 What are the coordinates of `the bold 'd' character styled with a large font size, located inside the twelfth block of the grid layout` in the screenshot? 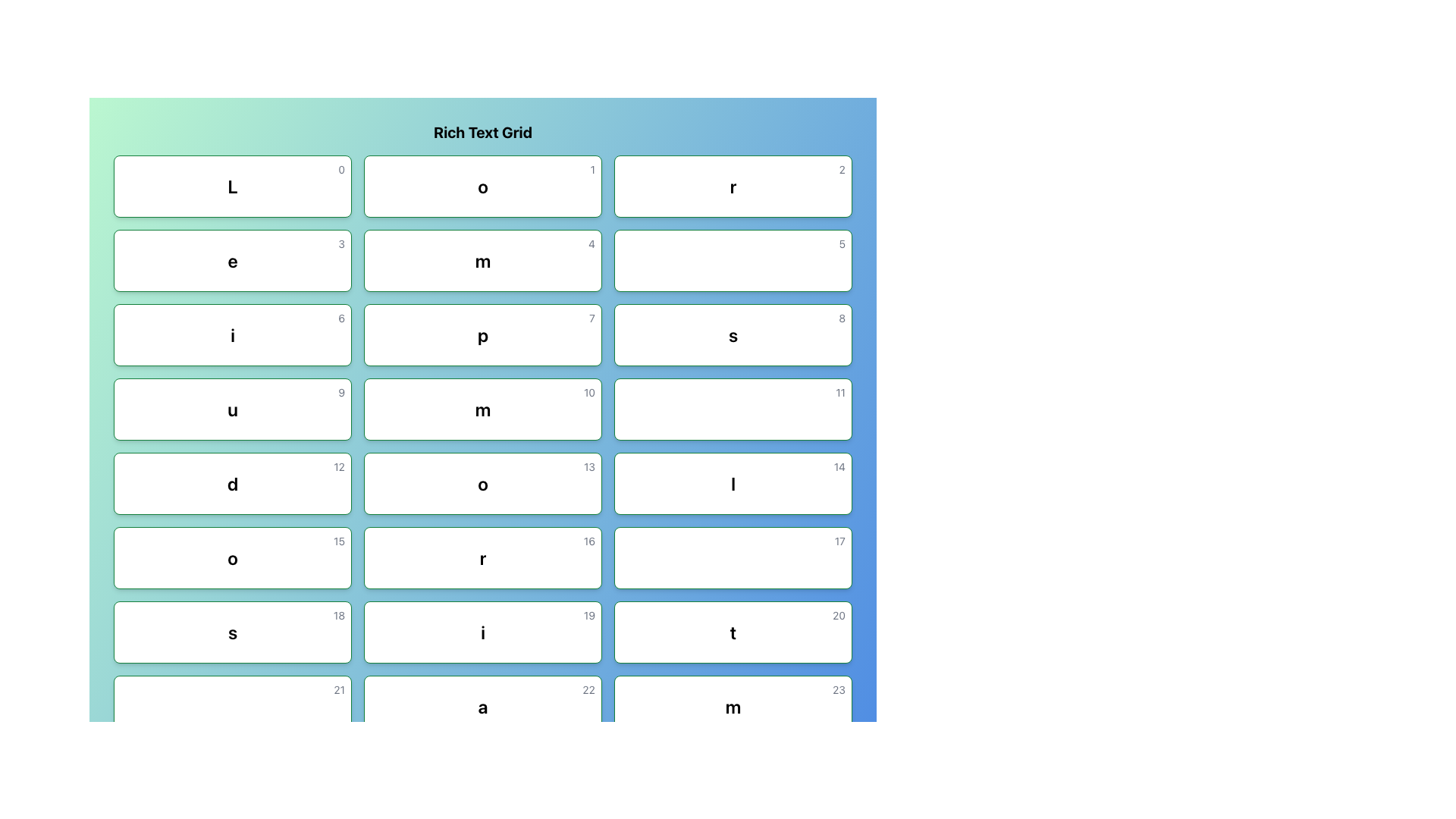 It's located at (232, 483).